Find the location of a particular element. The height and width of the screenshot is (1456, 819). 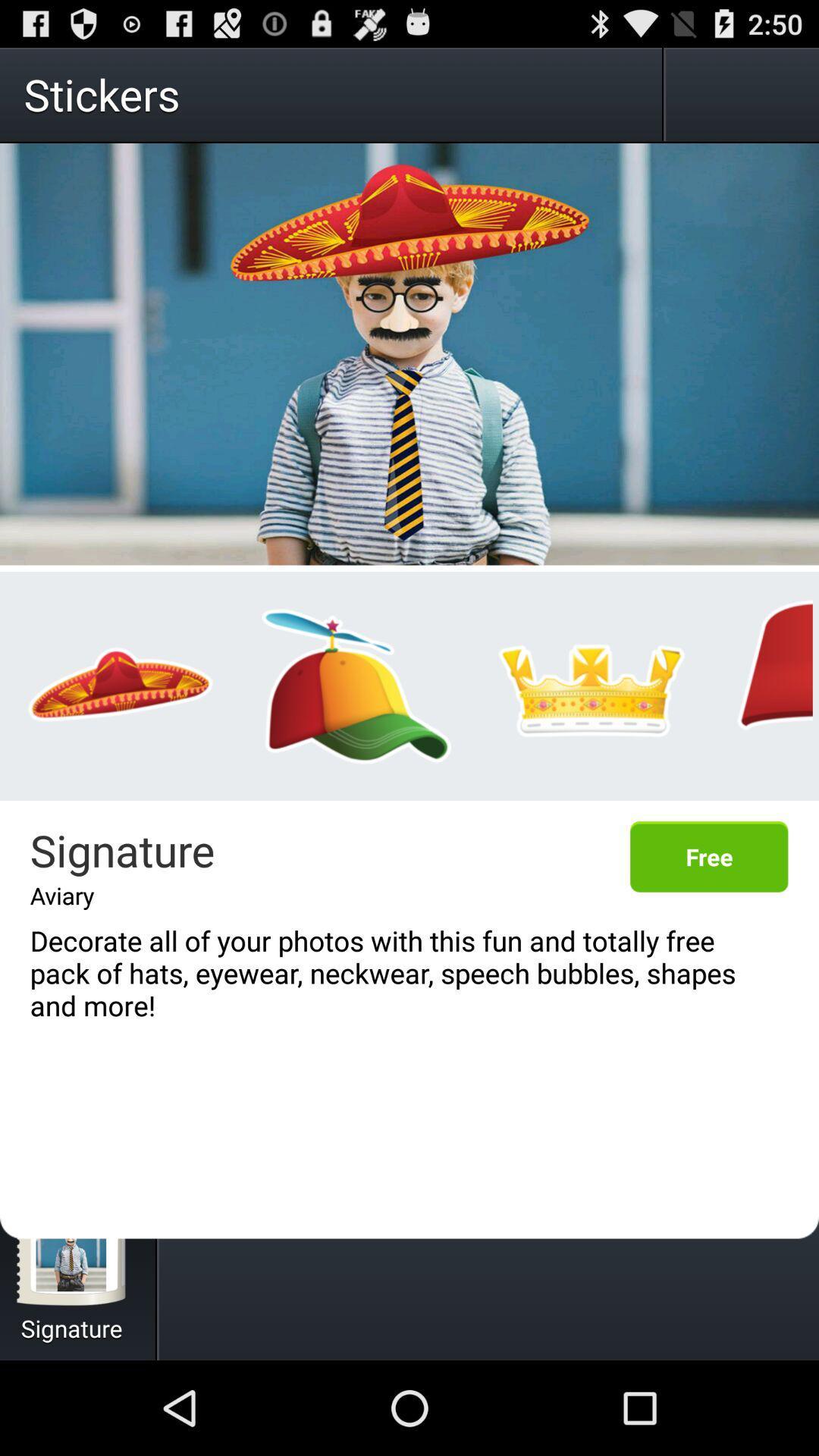

the sticker right to the cap sticker is located at coordinates (591, 686).